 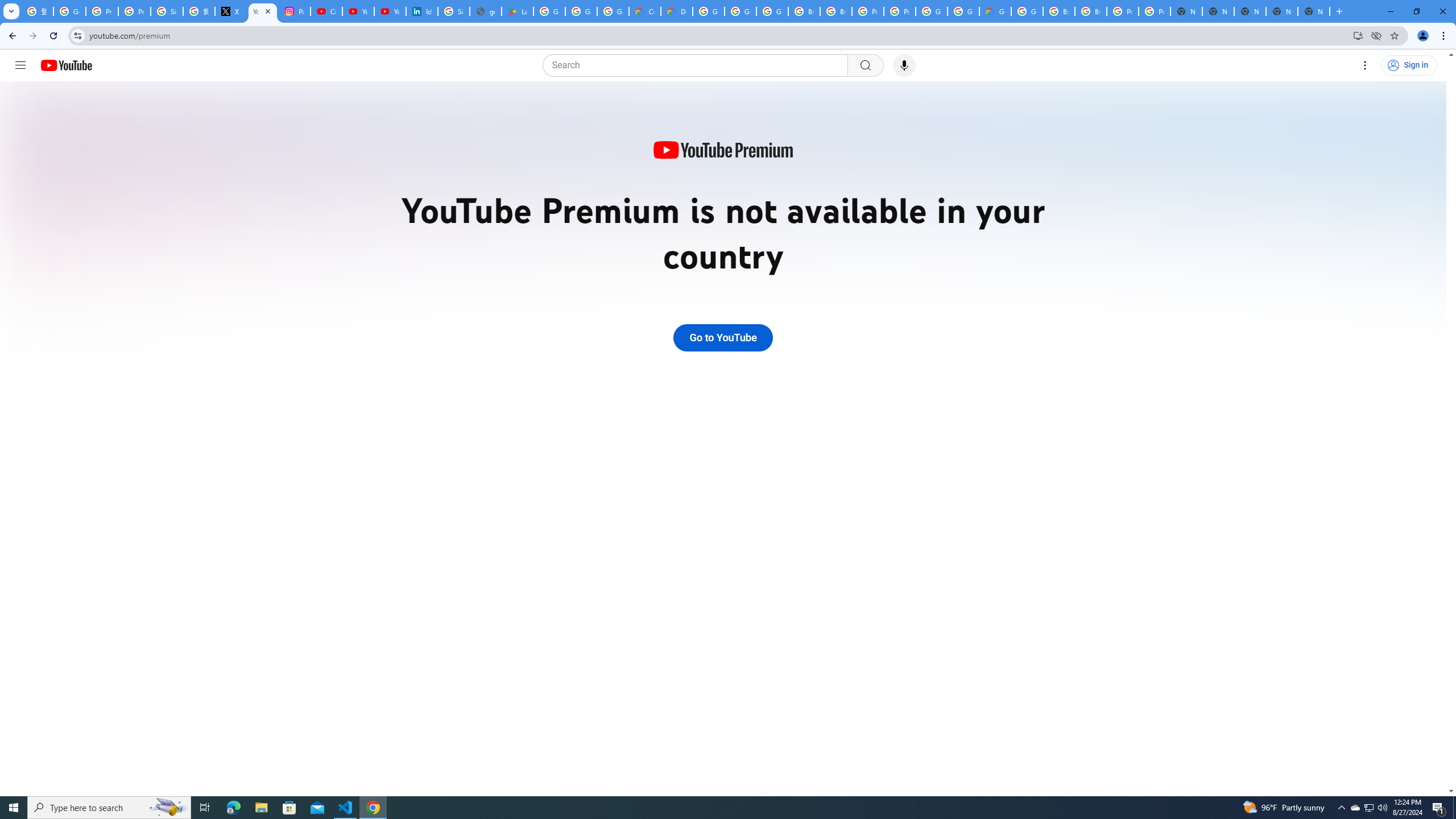 I want to click on 'New Tab', so click(x=1314, y=11).